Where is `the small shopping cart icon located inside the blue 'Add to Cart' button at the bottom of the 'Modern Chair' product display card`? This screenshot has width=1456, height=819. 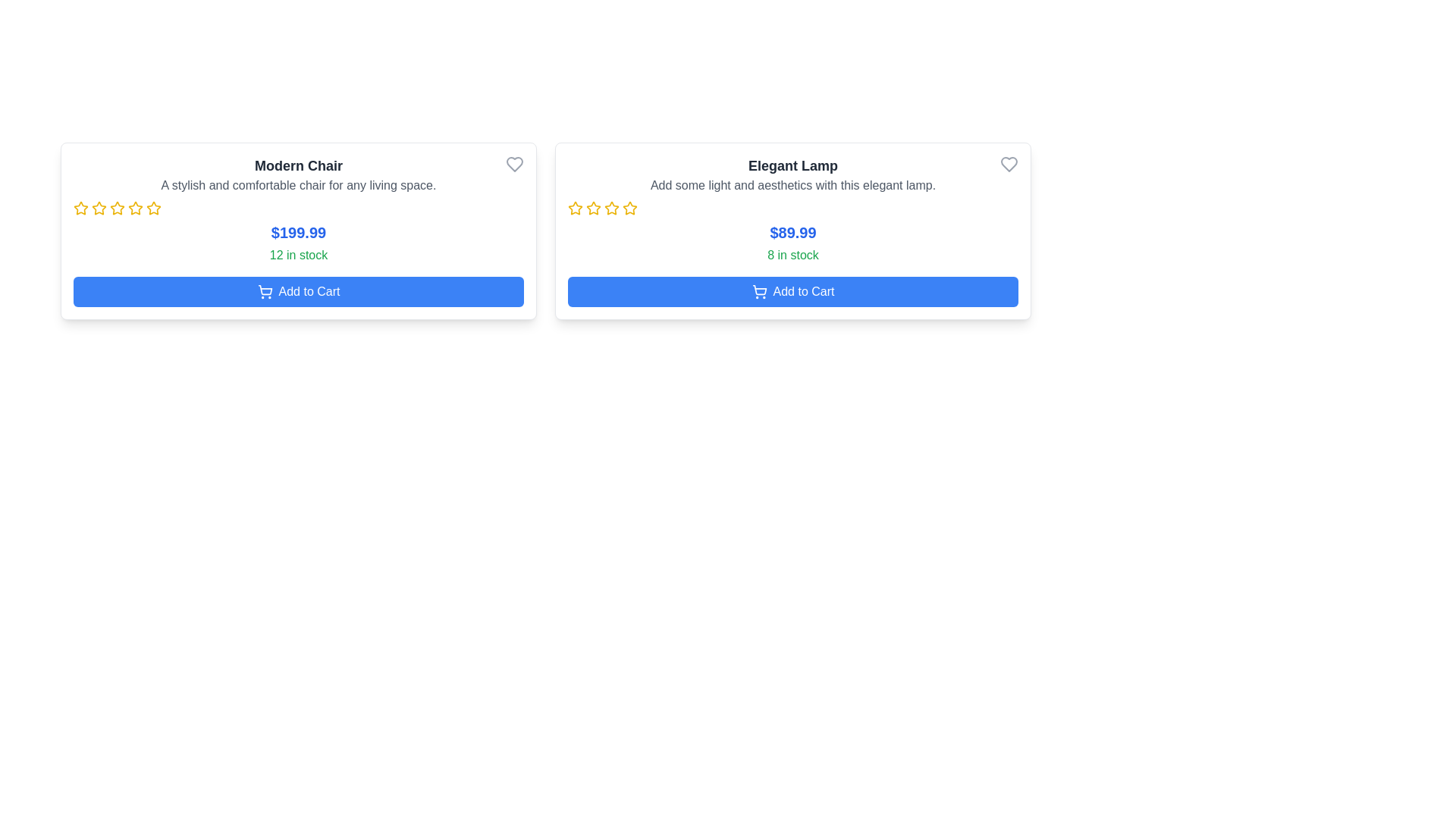
the small shopping cart icon located inside the blue 'Add to Cart' button at the bottom of the 'Modern Chair' product display card is located at coordinates (265, 292).